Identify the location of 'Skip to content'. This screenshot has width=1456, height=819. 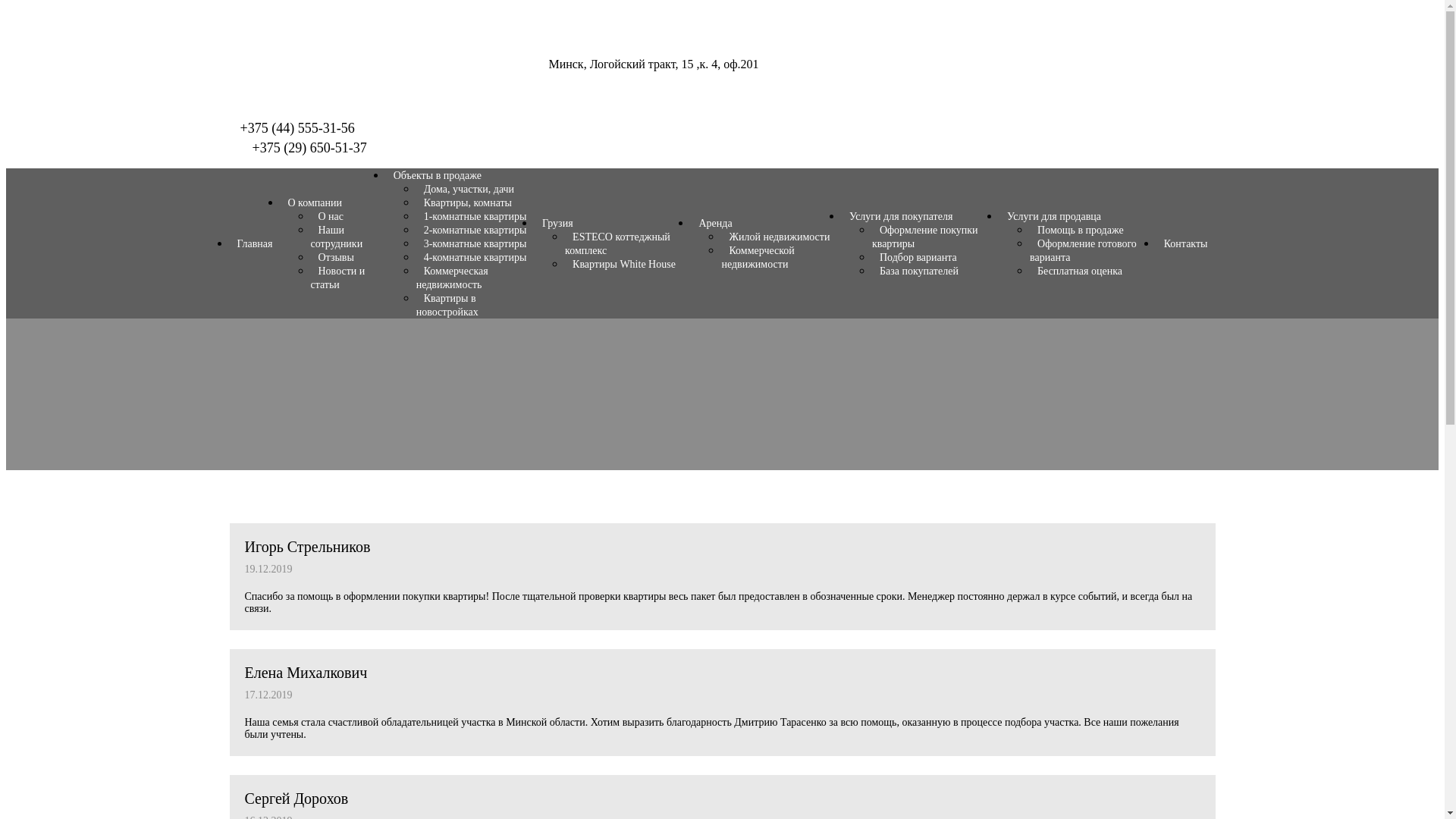
(5, 5).